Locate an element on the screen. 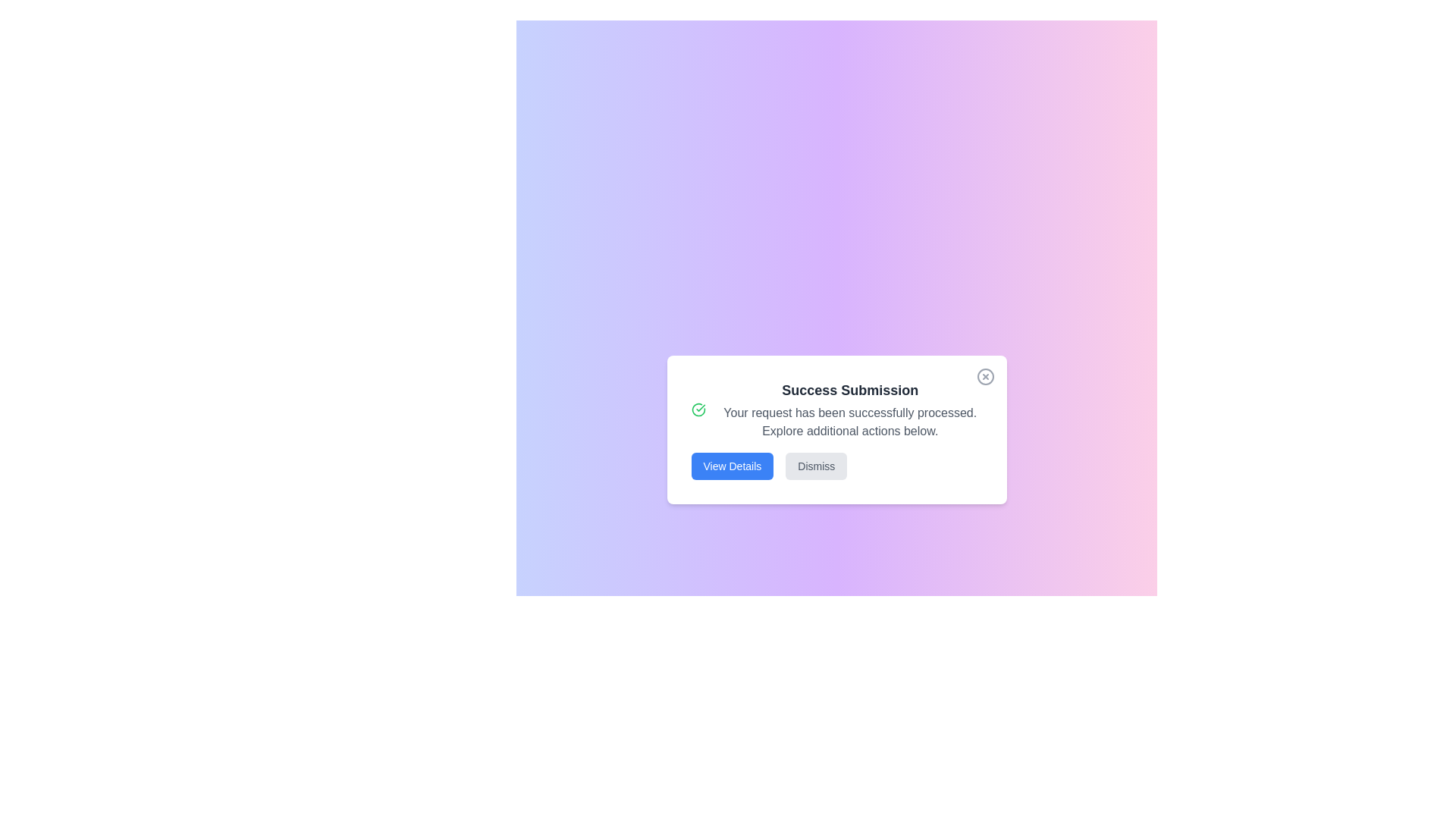  the circular green checkmark icon located on the left side of the dialog box, adjacent to the 'Success Submission' text is located at coordinates (698, 409).